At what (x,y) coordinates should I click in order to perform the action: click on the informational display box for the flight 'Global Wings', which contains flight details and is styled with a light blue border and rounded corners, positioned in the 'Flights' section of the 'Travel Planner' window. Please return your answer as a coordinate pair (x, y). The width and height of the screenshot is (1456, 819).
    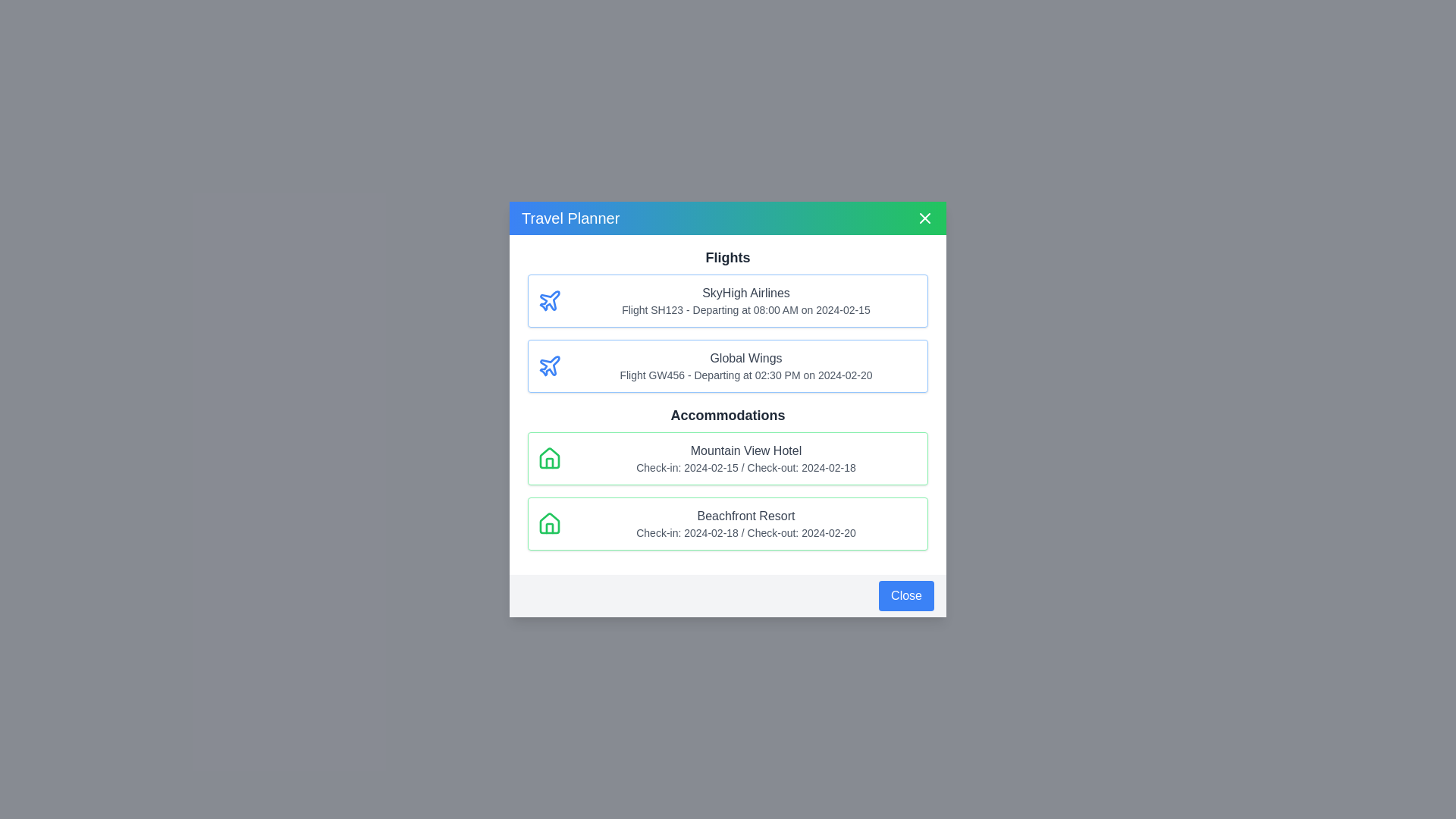
    Looking at the image, I should click on (728, 366).